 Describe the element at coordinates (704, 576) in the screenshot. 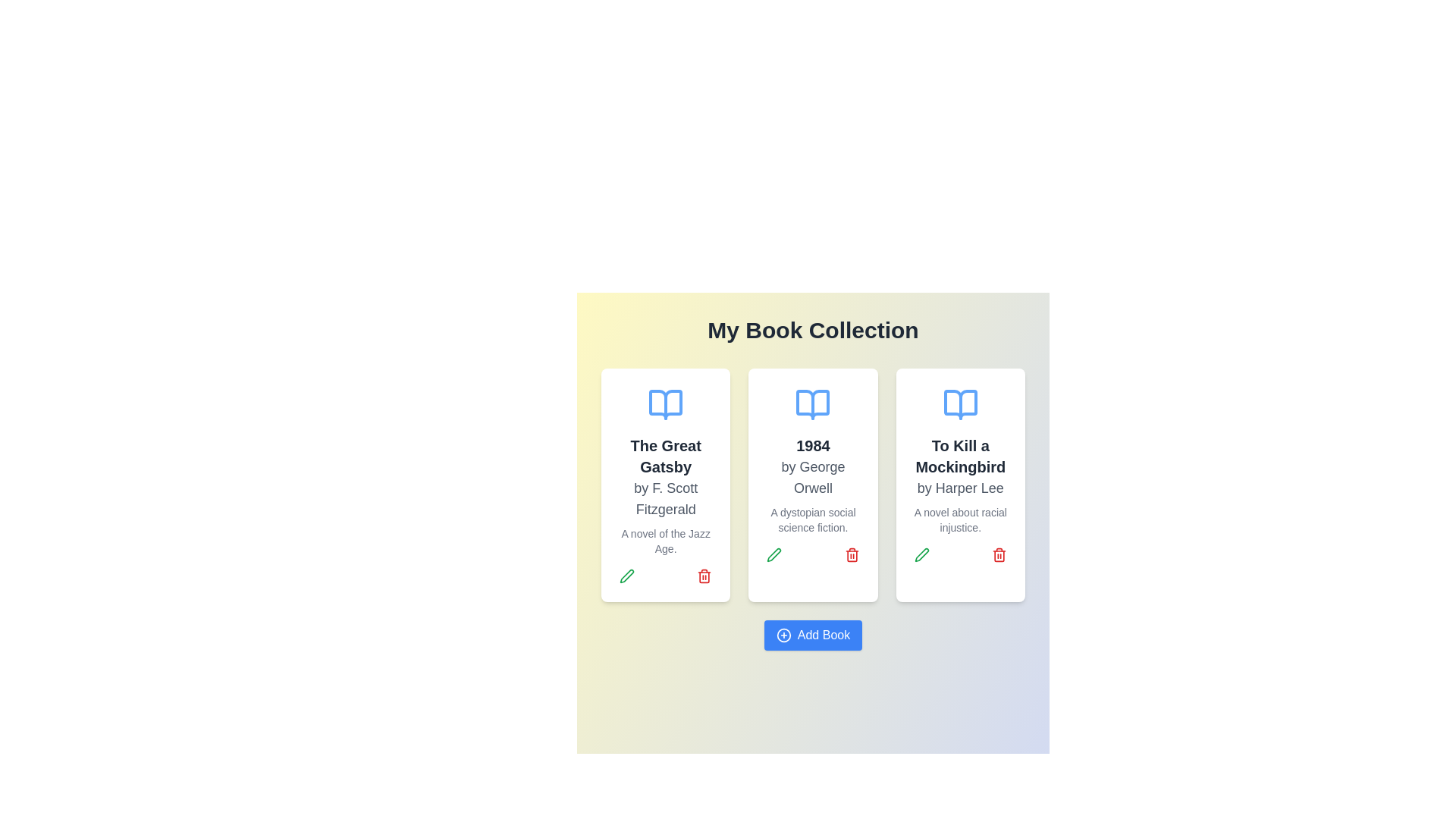

I see `the red trash bin icon` at that location.